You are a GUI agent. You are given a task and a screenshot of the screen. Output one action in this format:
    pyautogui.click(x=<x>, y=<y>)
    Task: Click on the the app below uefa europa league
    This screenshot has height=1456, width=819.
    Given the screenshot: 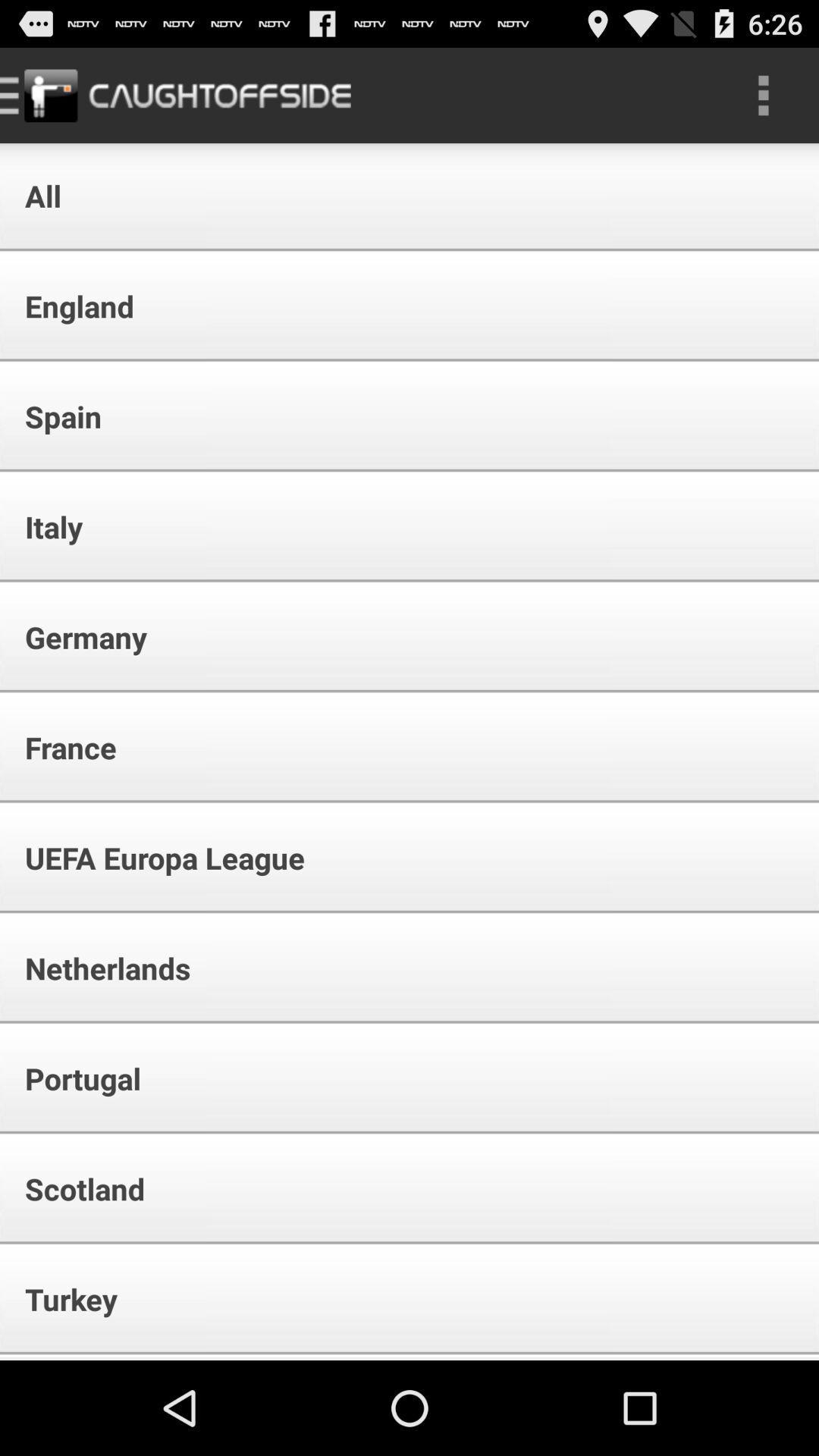 What is the action you would take?
    pyautogui.click(x=97, y=967)
    